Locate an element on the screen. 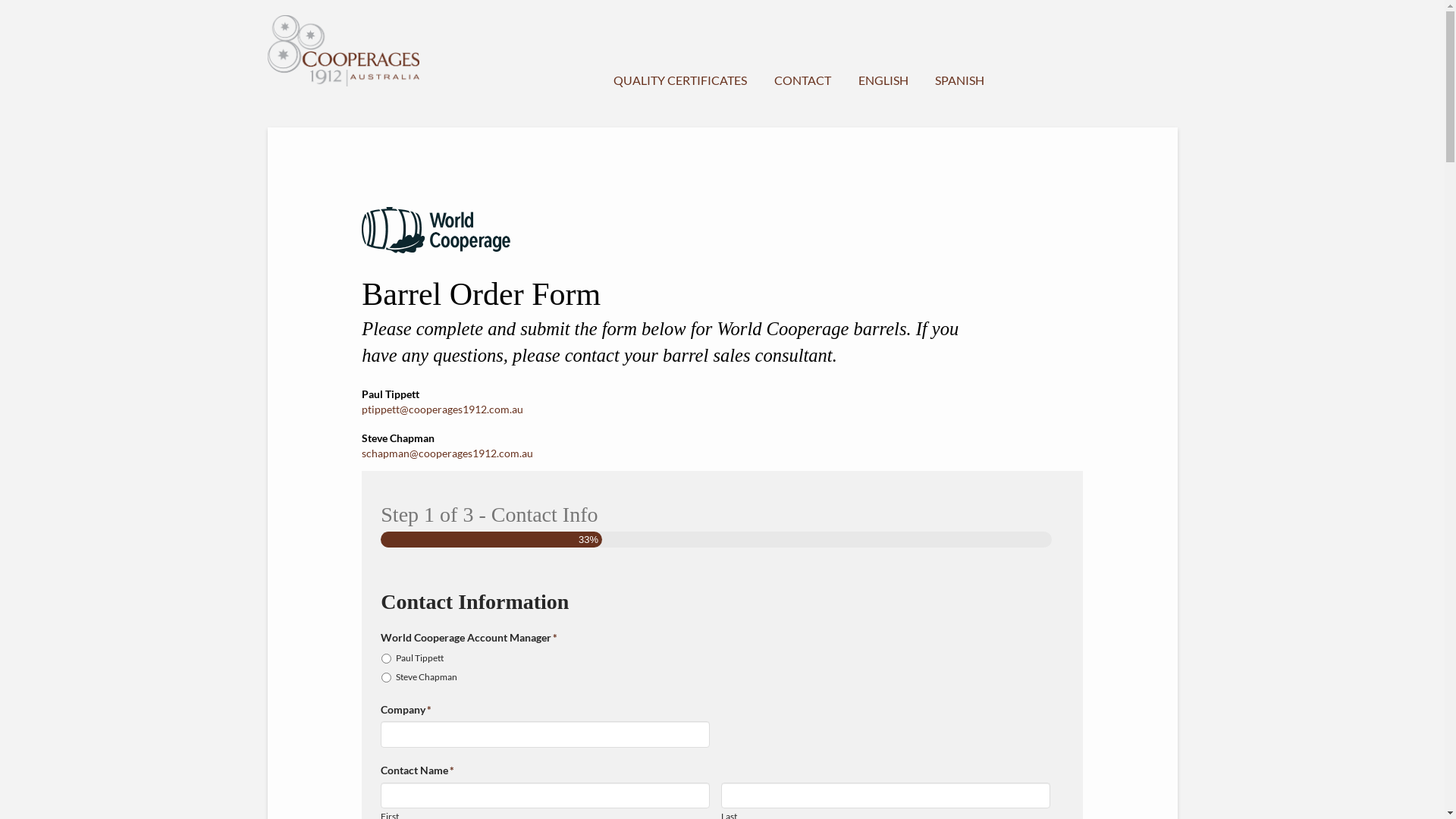  'ptippett@cooperages1912.com.au' is located at coordinates (441, 408).